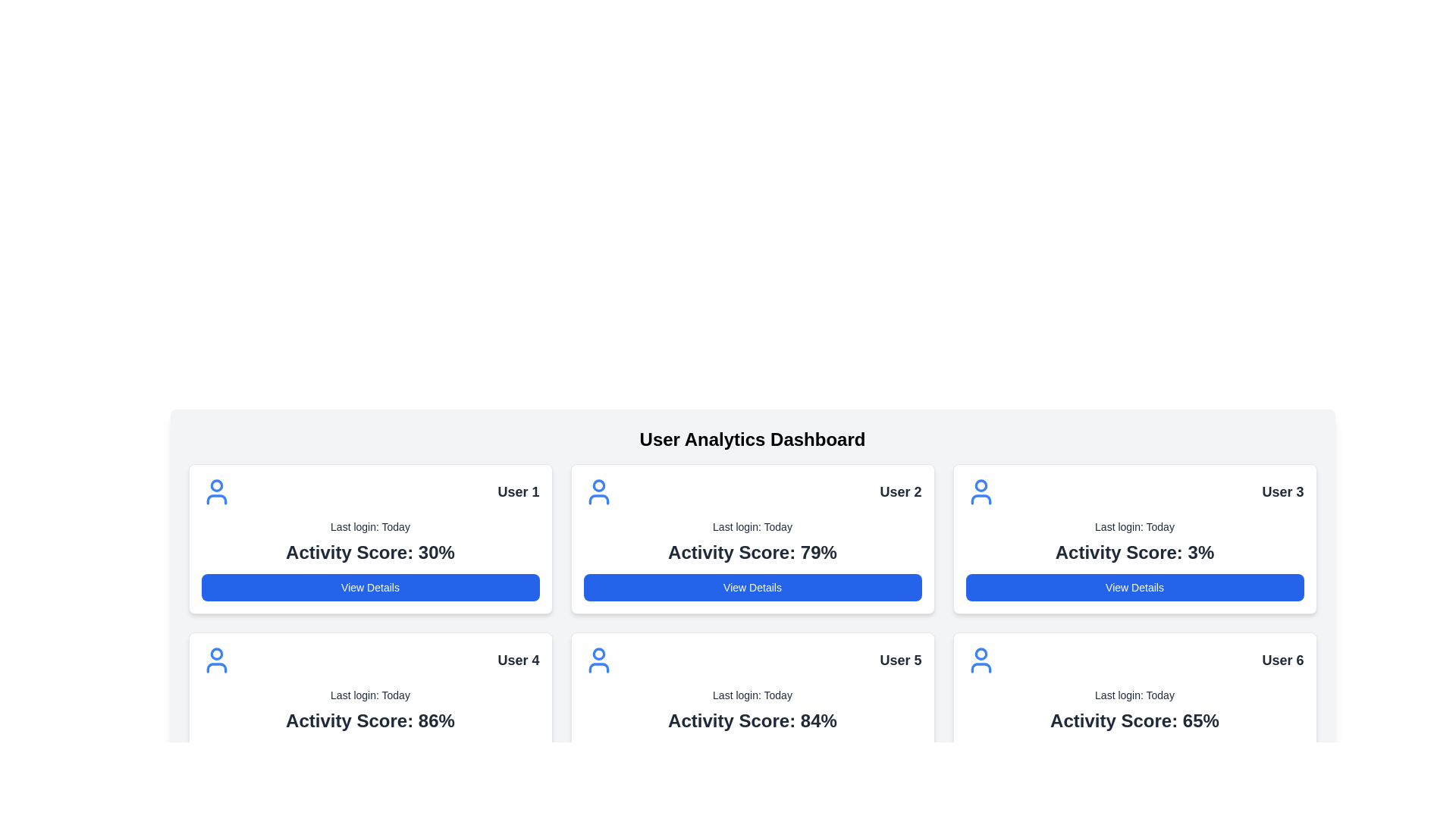 This screenshot has width=1456, height=819. What do you see at coordinates (1134, 587) in the screenshot?
I see `the blue button labeled 'View Details' located at the bottom of the card for 'User 3', beneath the text 'Activity Score: 3%', to change its background color` at bounding box center [1134, 587].